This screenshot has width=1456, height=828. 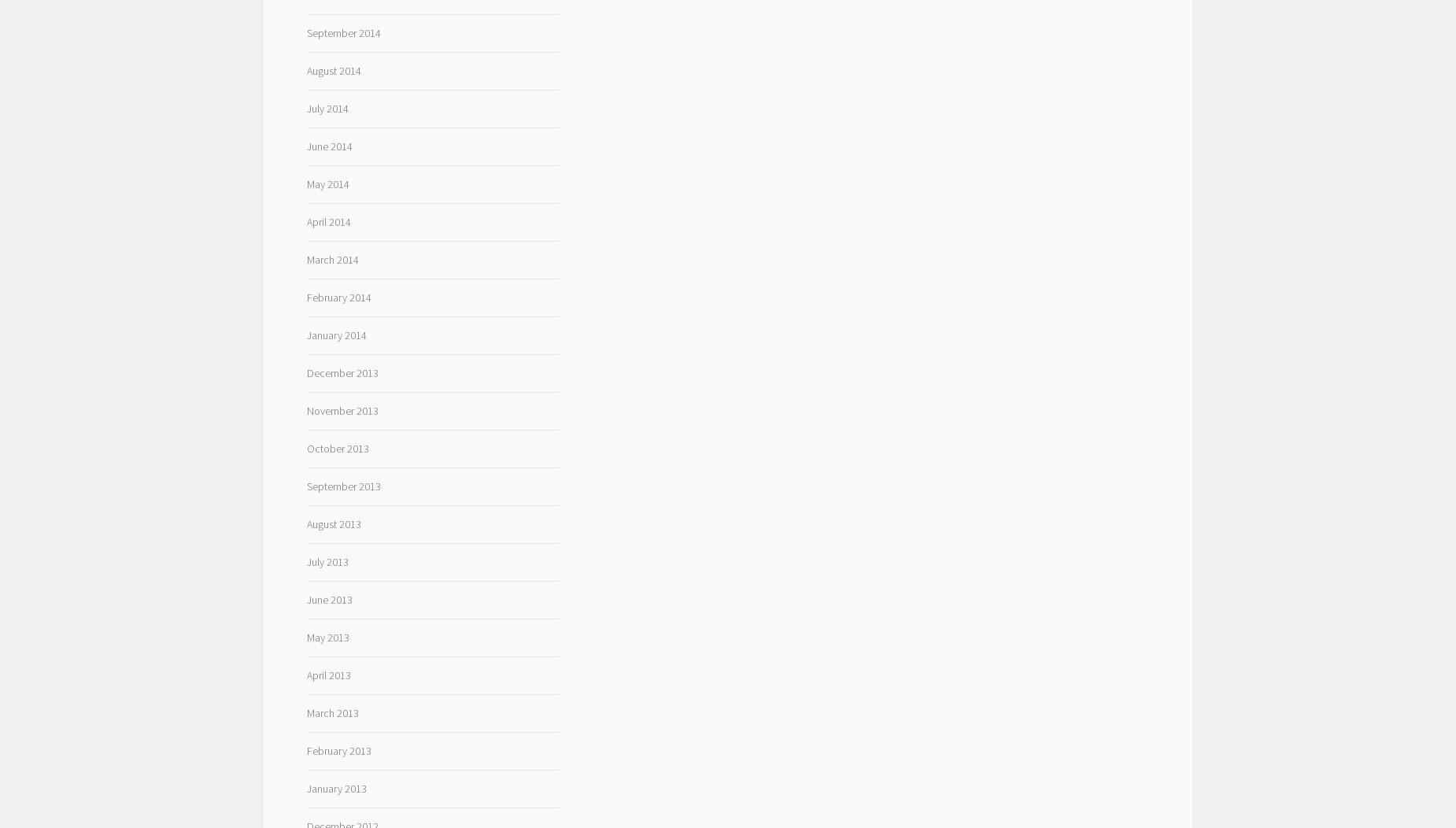 I want to click on 'October 2013', so click(x=336, y=448).